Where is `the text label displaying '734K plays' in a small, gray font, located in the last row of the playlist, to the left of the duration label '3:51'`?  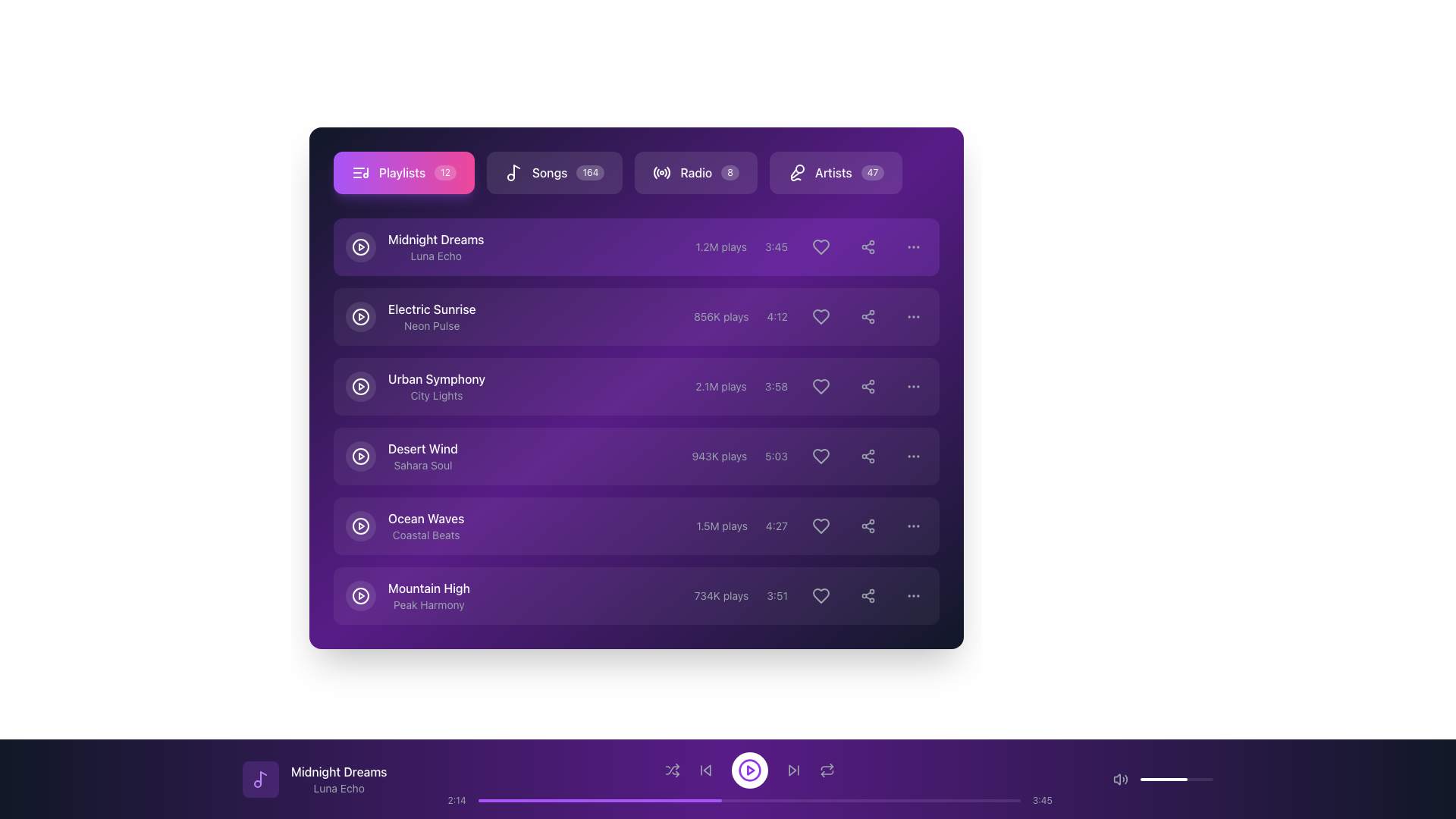 the text label displaying '734K plays' in a small, gray font, located in the last row of the playlist, to the left of the duration label '3:51' is located at coordinates (720, 595).